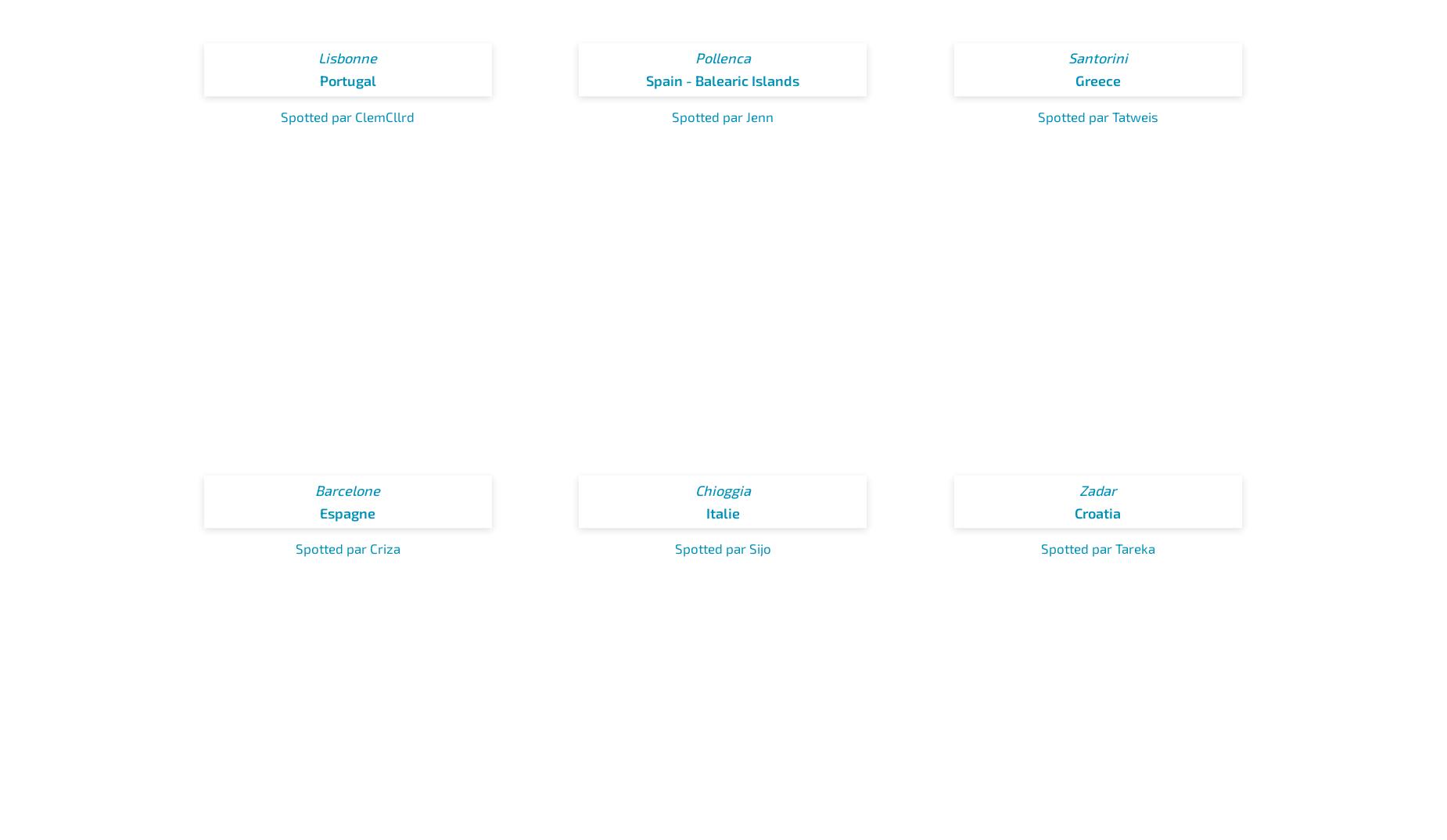  What do you see at coordinates (1097, 490) in the screenshot?
I see `'Zadar'` at bounding box center [1097, 490].